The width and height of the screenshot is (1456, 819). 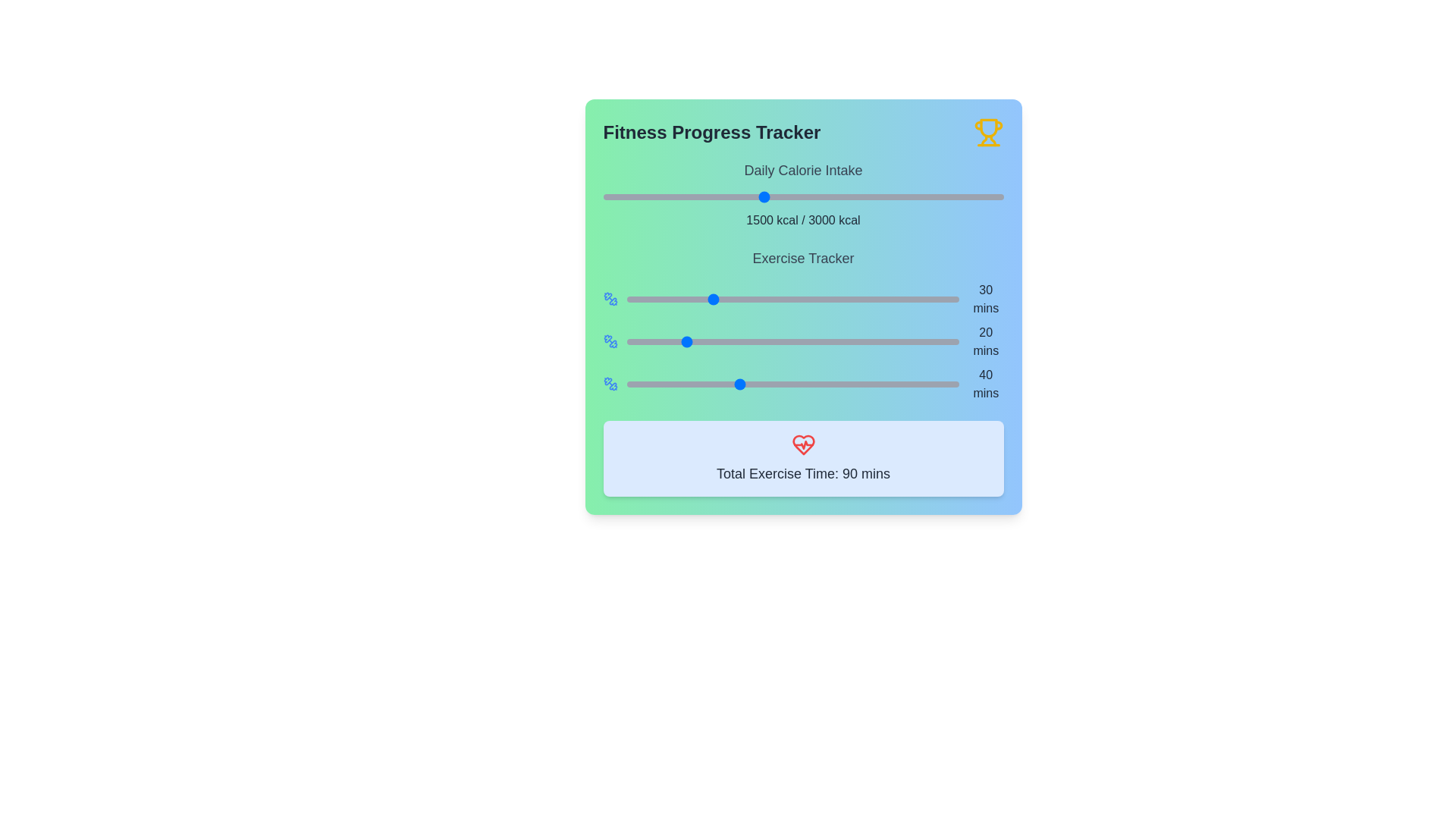 I want to click on the exercise duration slider, so click(x=922, y=342).